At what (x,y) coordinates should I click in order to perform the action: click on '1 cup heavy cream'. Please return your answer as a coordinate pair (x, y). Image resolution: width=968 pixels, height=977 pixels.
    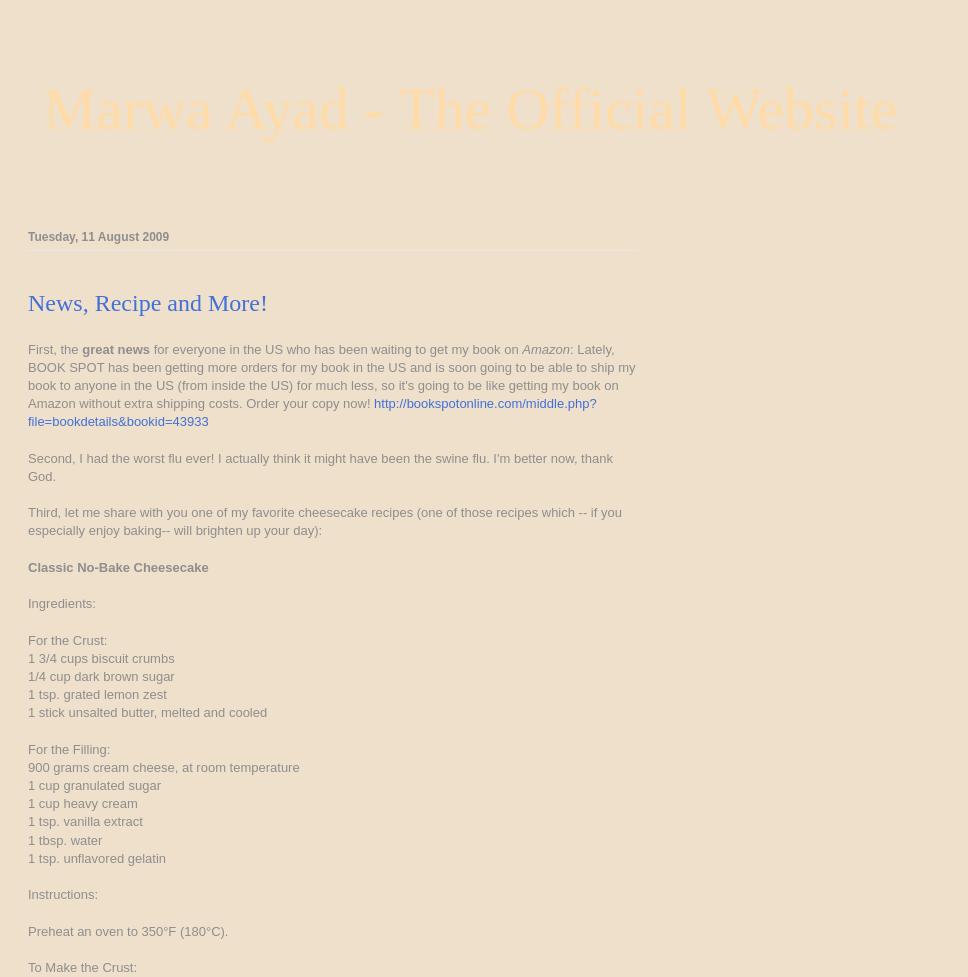
    Looking at the image, I should click on (82, 803).